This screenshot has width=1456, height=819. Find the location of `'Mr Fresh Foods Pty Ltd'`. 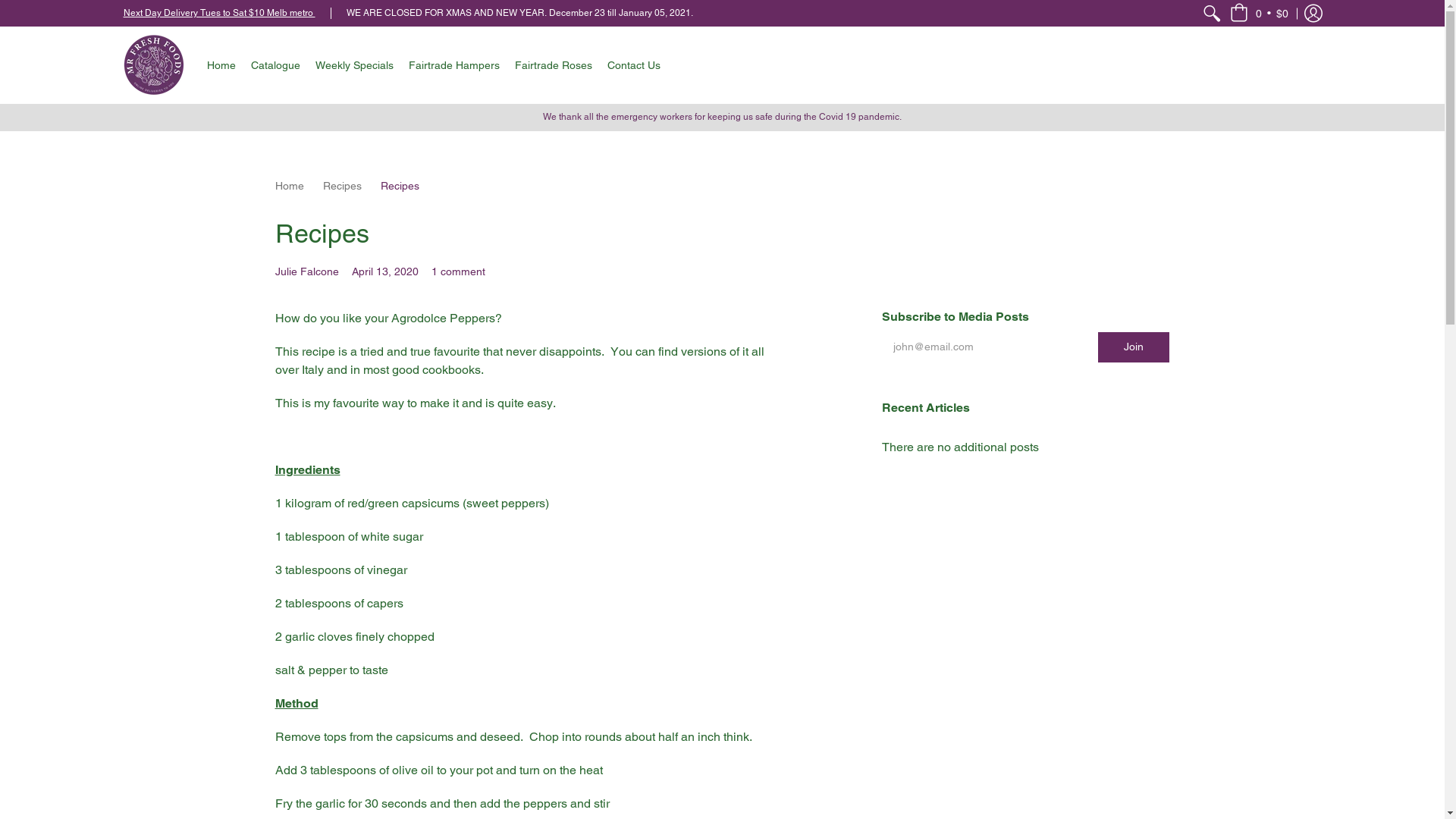

'Mr Fresh Foods Pty Ltd' is located at coordinates (152, 64).